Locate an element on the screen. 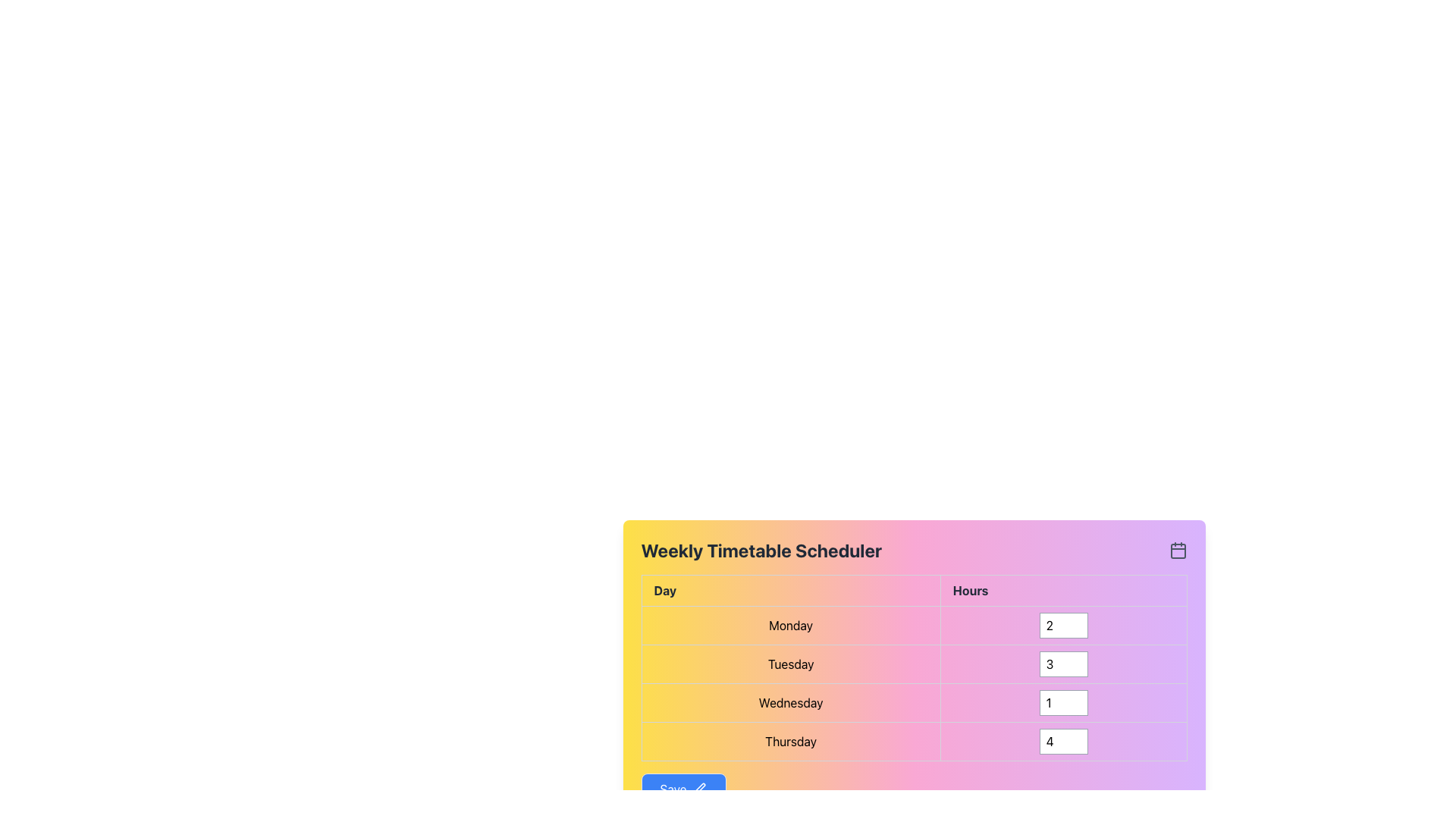 This screenshot has height=819, width=1456. to focus on the input field for specifying hours allocated for Wednesday, positioned in the 'Hours' column of the Wednesday row is located at coordinates (1062, 702).